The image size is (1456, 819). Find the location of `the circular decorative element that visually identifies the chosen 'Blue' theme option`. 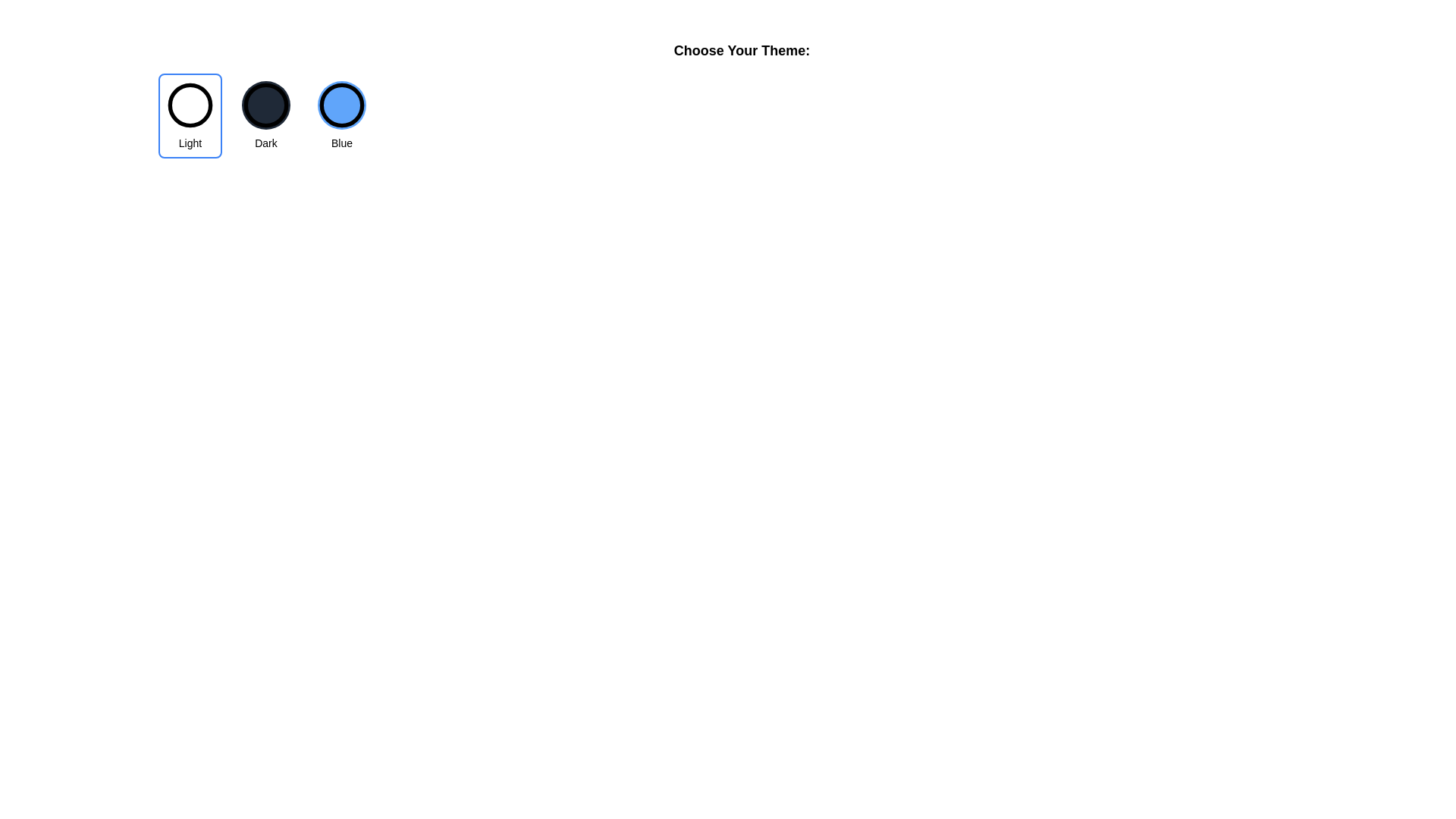

the circular decorative element that visually identifies the chosen 'Blue' theme option is located at coordinates (341, 104).